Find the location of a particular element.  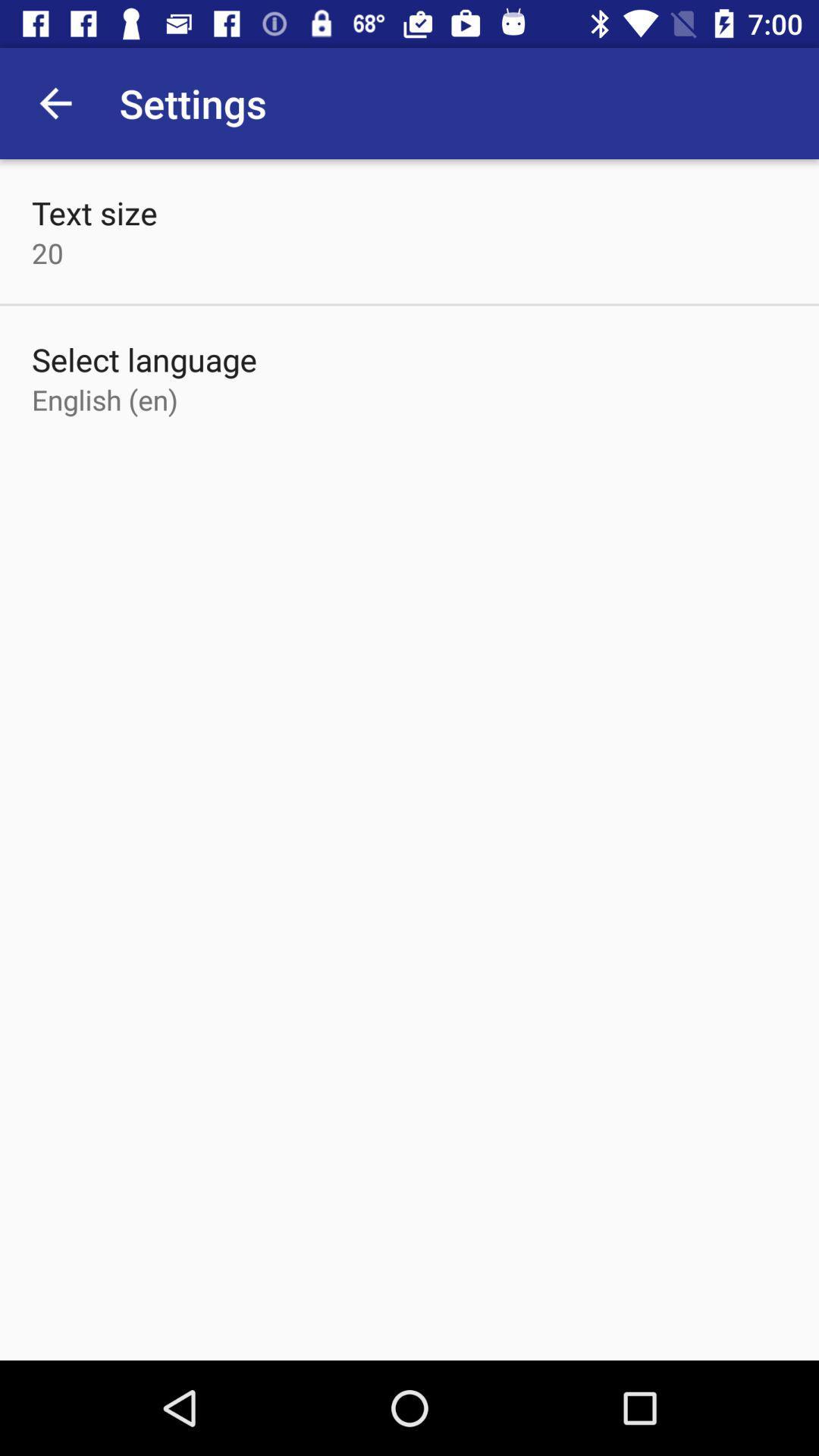

the item above select language is located at coordinates (46, 253).